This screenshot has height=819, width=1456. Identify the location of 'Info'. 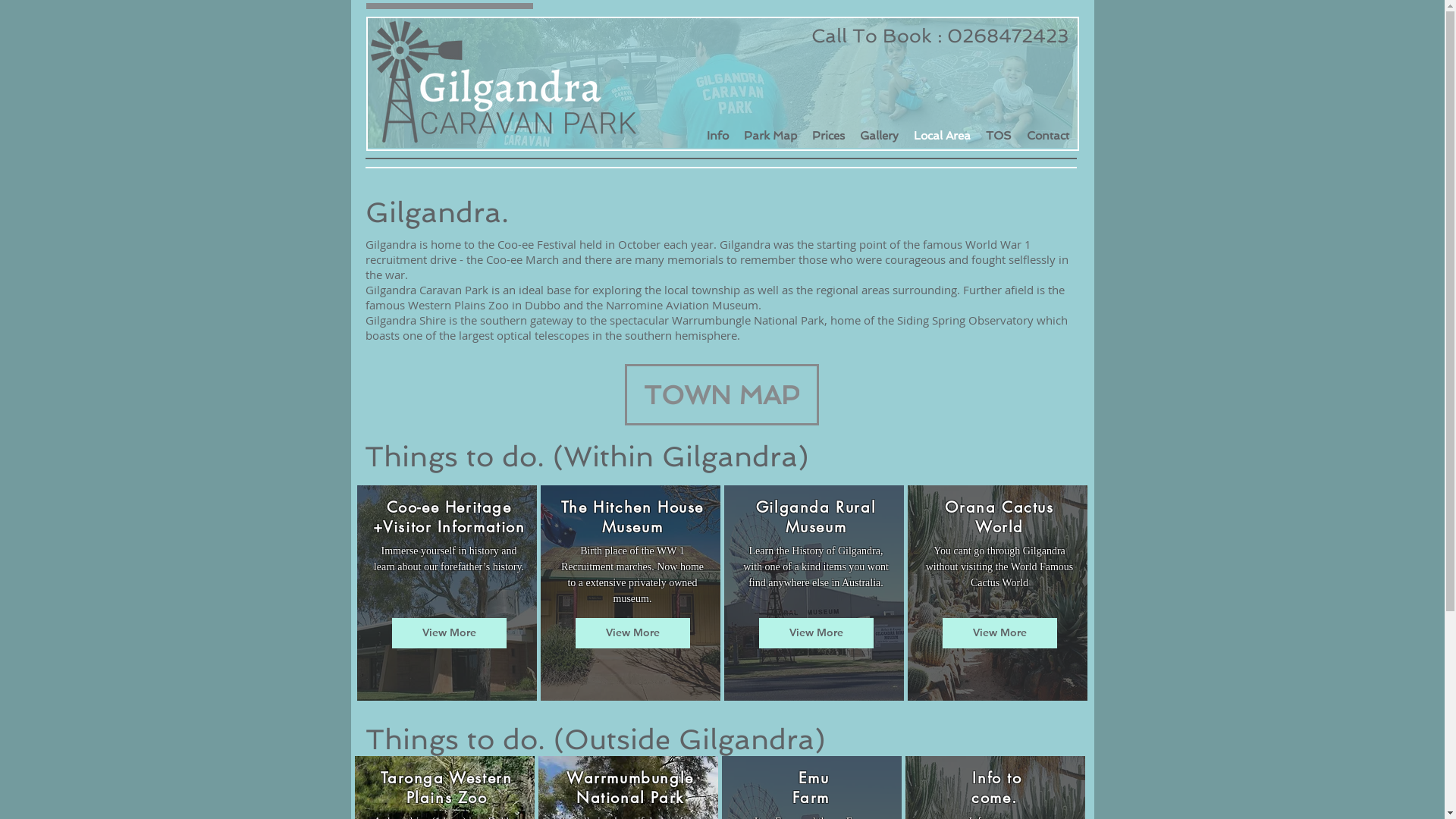
(698, 134).